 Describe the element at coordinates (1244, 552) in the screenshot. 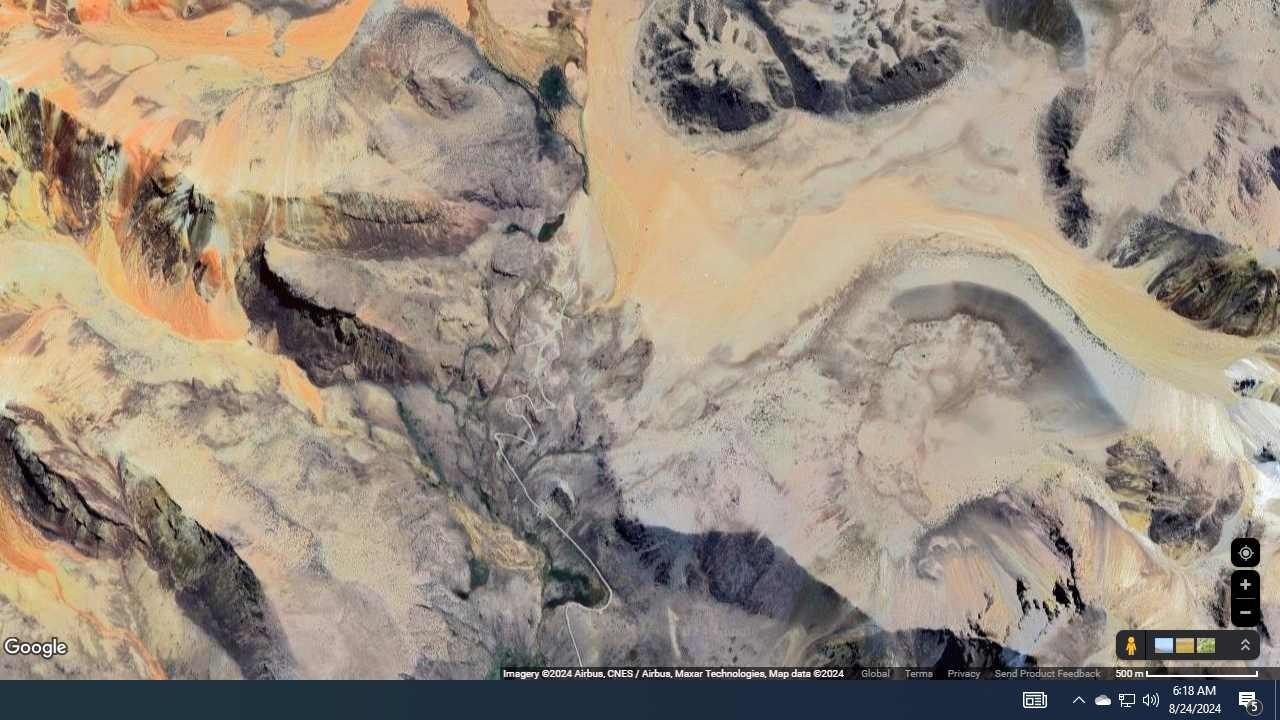

I see `'Show Your Location'` at that location.